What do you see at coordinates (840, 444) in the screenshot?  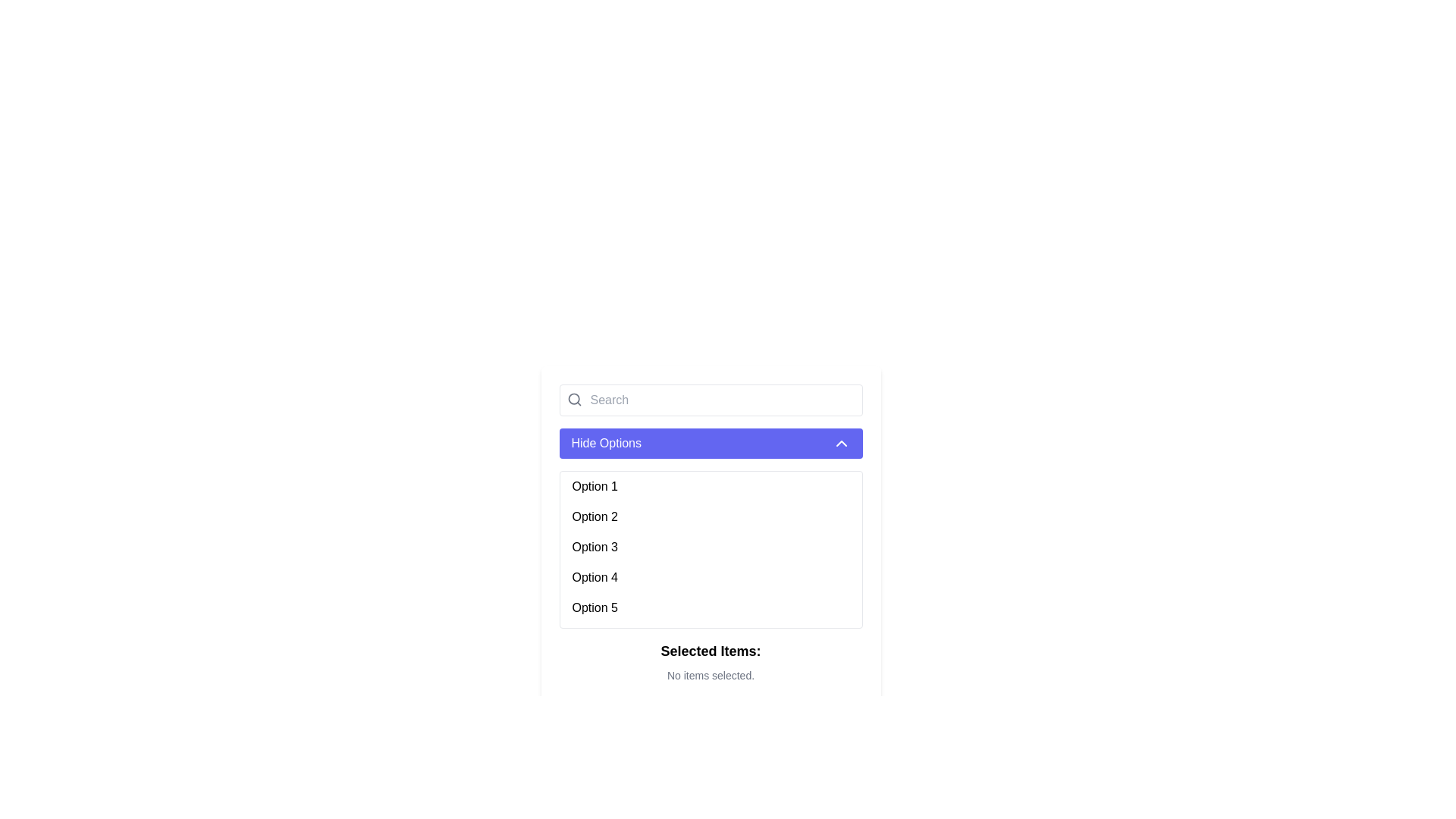 I see `the icon located at the far right end of the blue button labeled 'Hide Options'` at bounding box center [840, 444].